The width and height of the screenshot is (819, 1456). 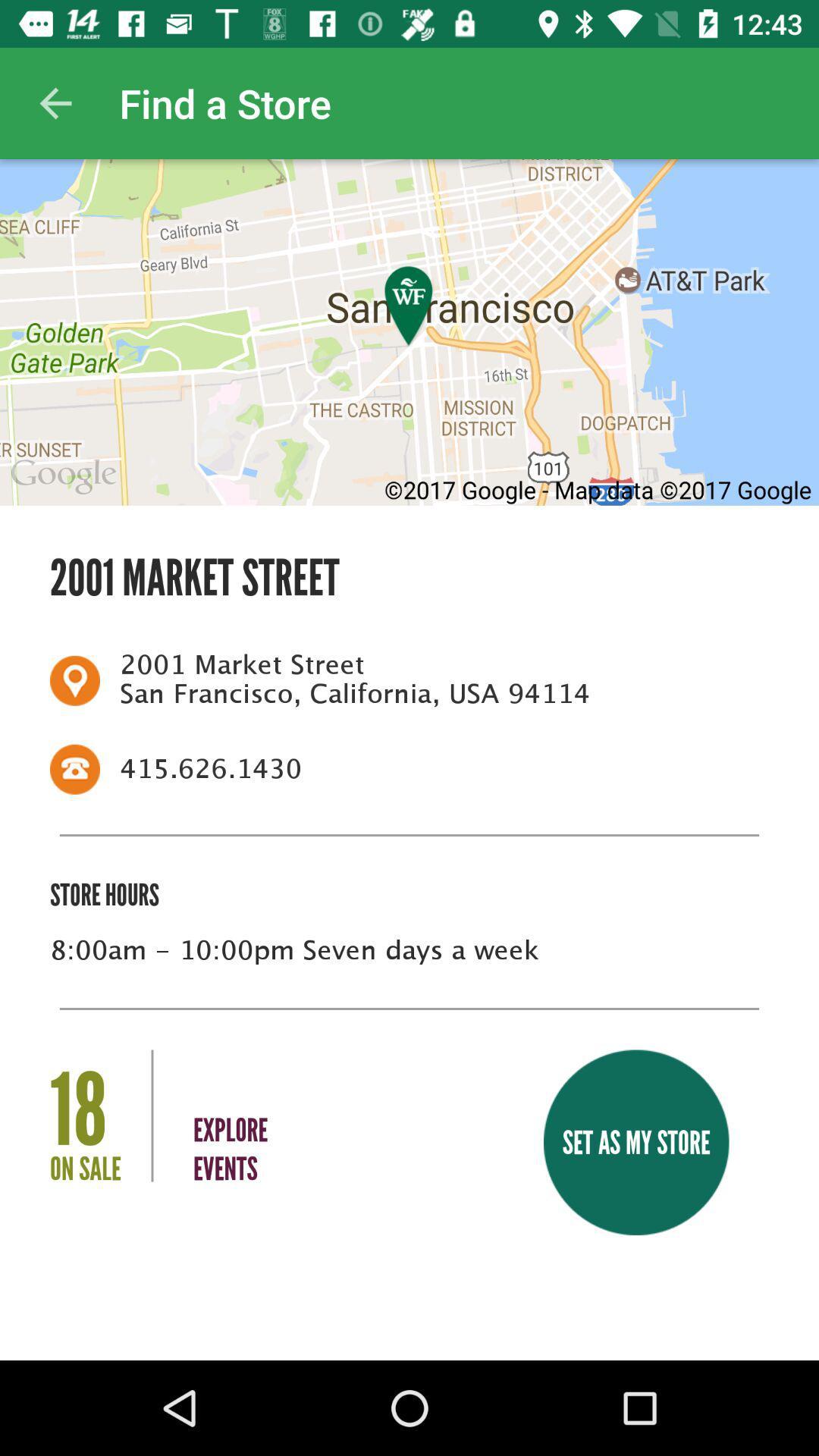 What do you see at coordinates (636, 1142) in the screenshot?
I see `the set as my` at bounding box center [636, 1142].